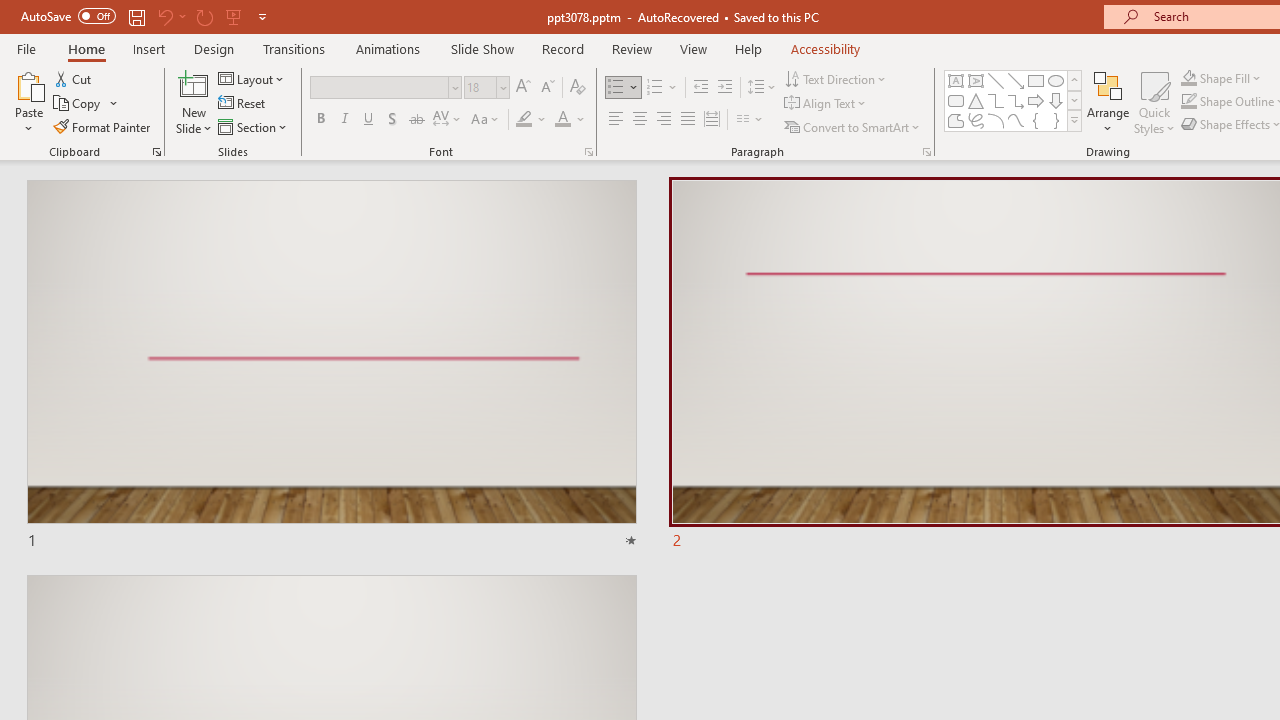 The height and width of the screenshot is (720, 1280). What do you see at coordinates (28, 103) in the screenshot?
I see `'Paste'` at bounding box center [28, 103].